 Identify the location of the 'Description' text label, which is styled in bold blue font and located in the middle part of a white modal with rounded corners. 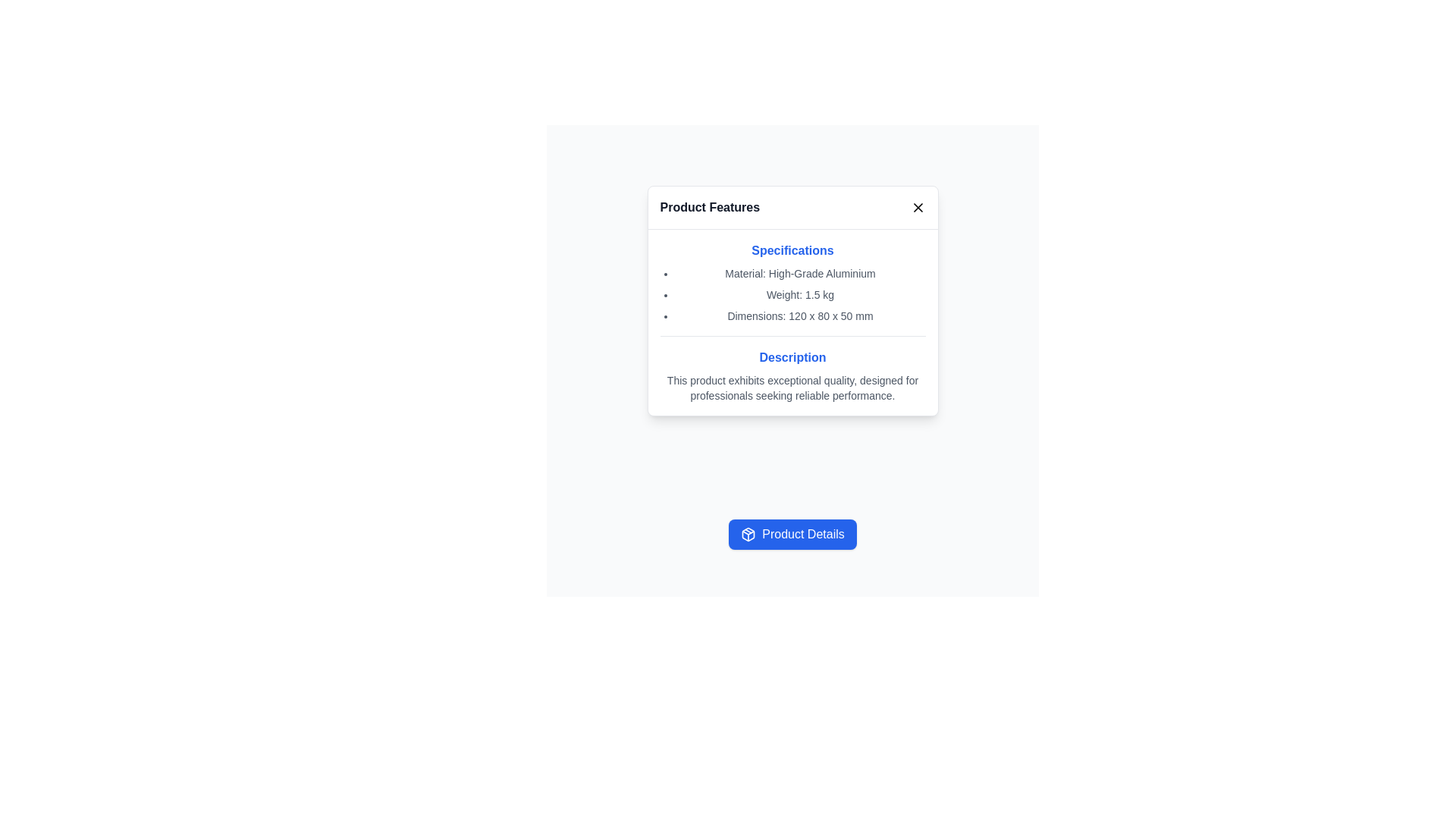
(792, 357).